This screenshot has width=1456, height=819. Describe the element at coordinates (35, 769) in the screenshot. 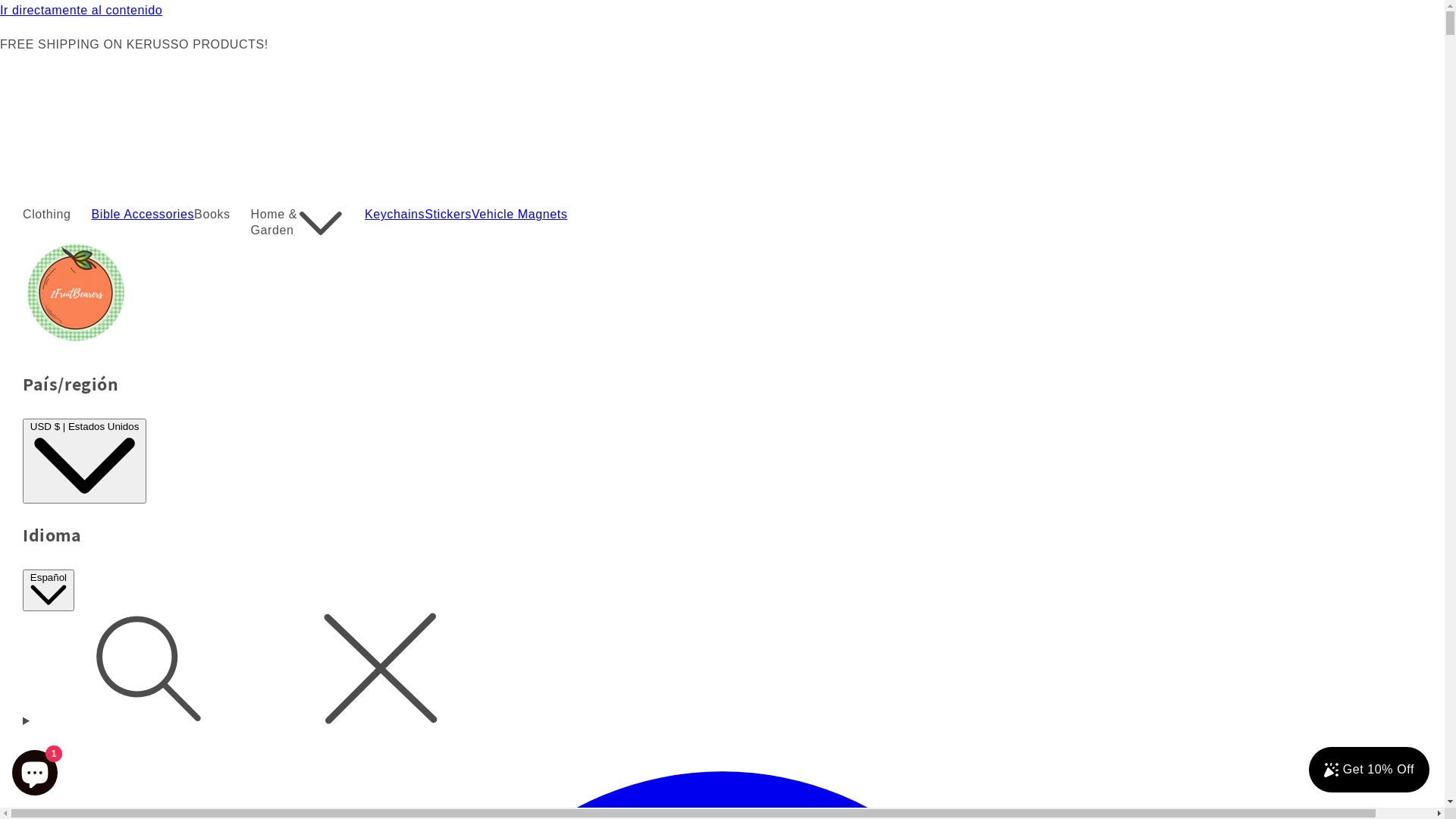

I see `'Chat de la tienda online Shopify'` at that location.